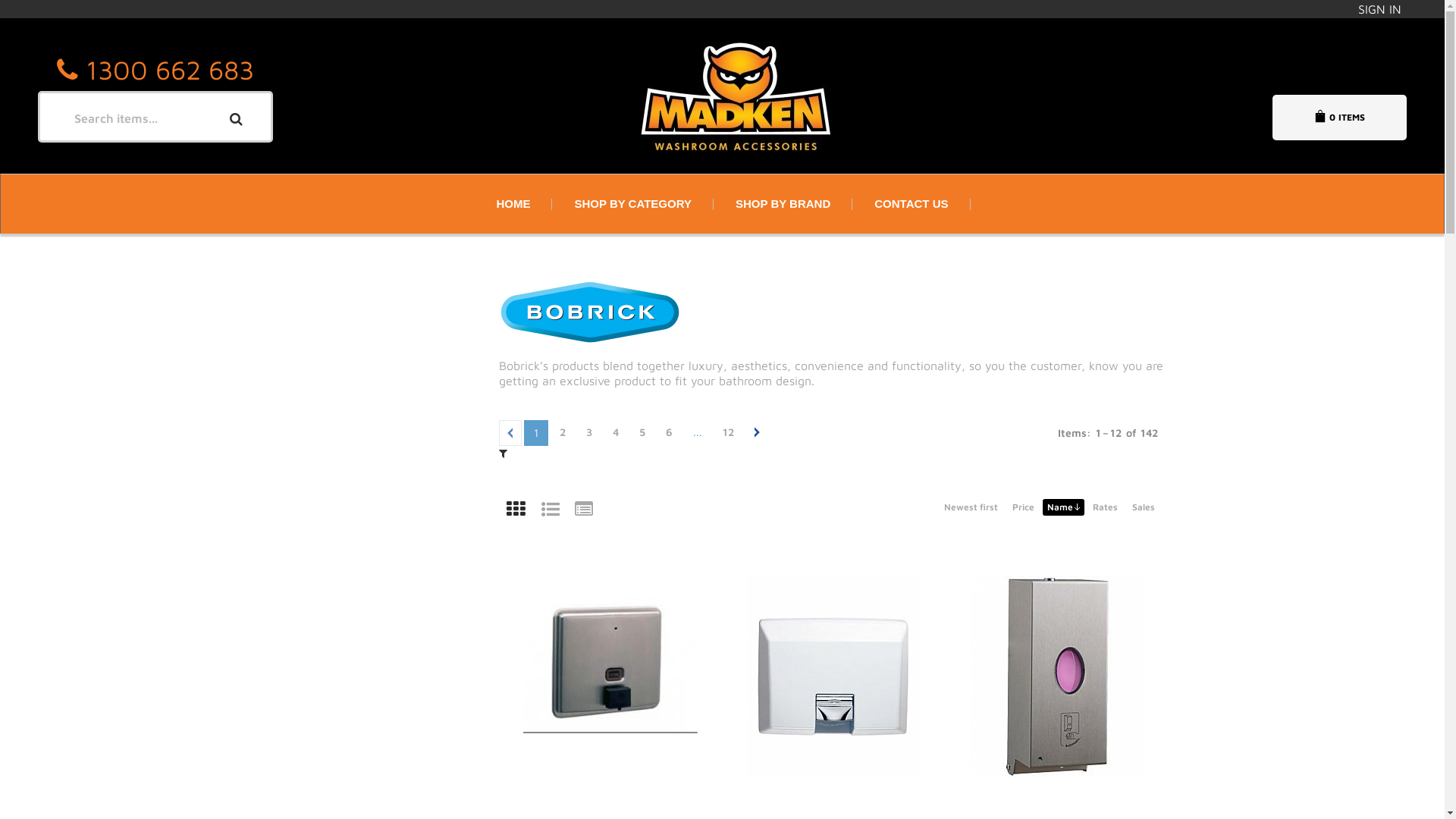 This screenshot has width=1456, height=819. Describe the element at coordinates (513, 203) in the screenshot. I see `'HOME'` at that location.